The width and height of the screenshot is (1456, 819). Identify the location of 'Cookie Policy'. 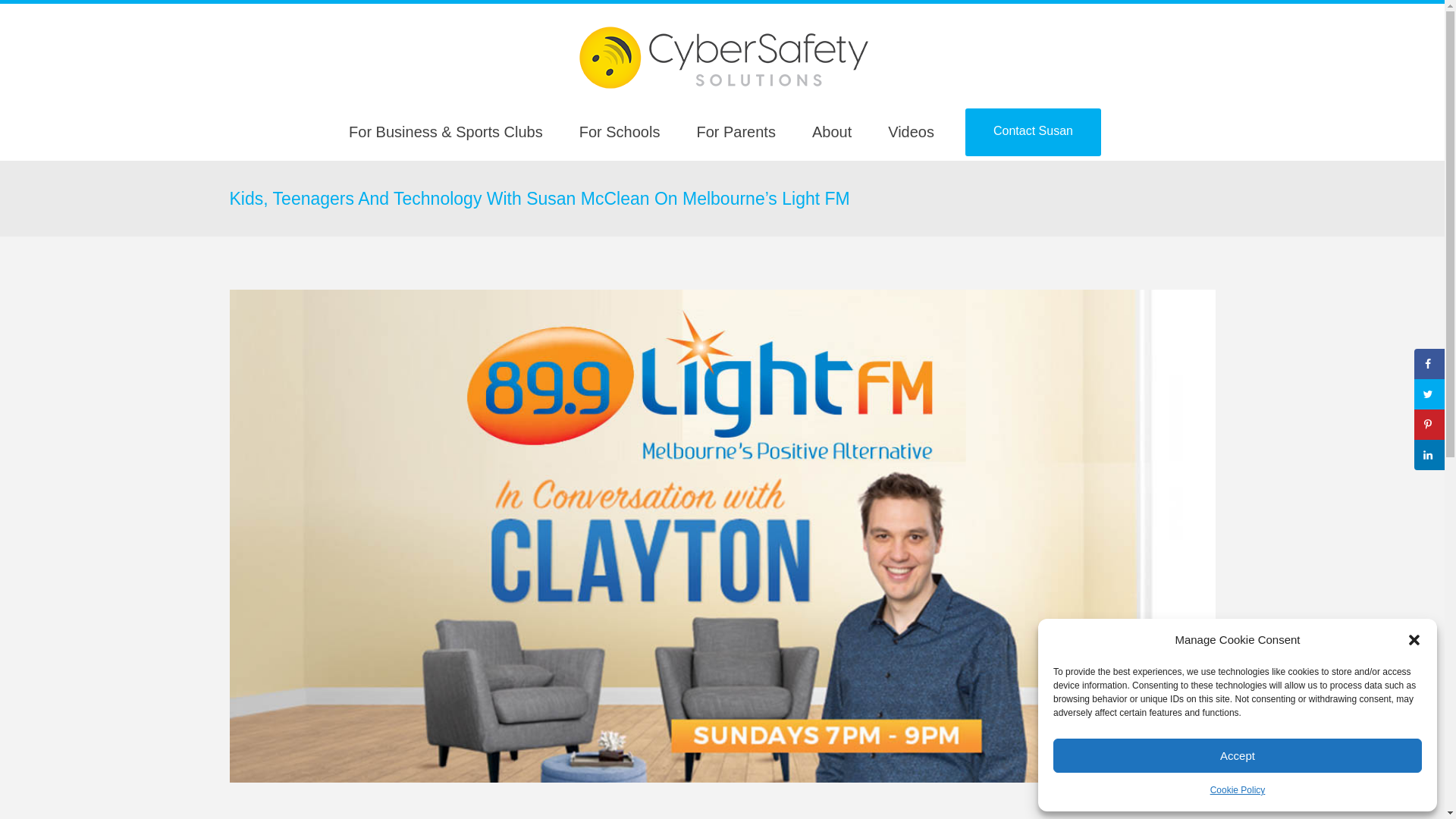
(1238, 789).